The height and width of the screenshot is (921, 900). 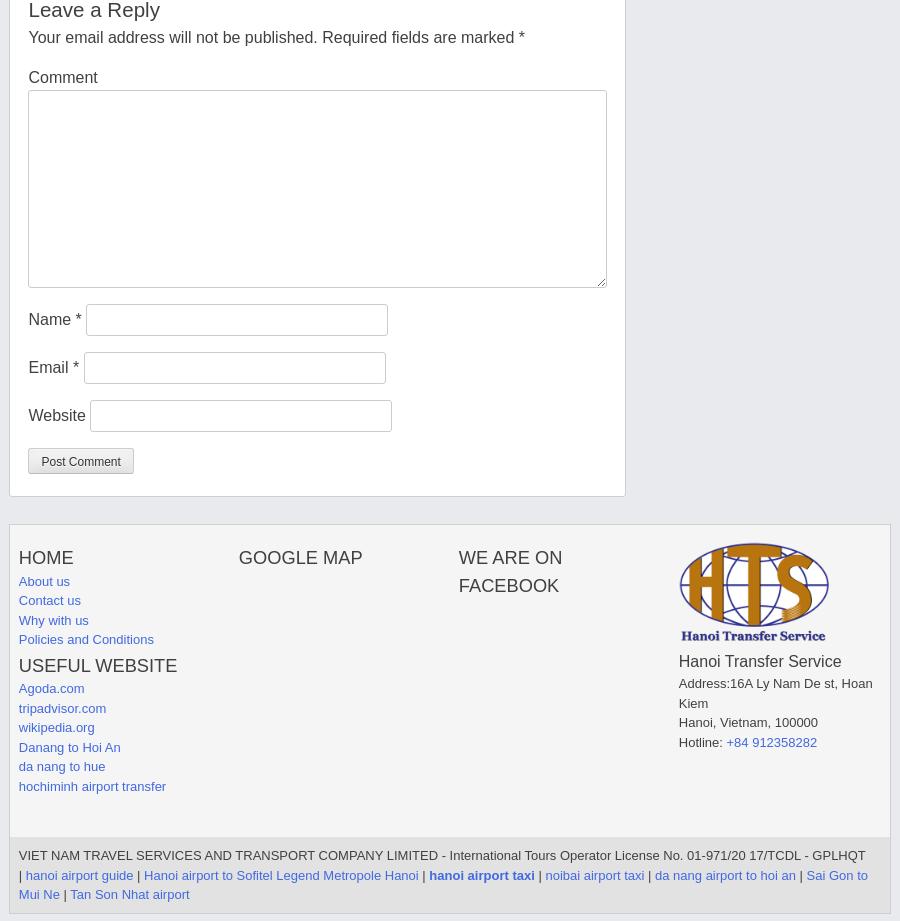 What do you see at coordinates (44, 556) in the screenshot?
I see `'Home'` at bounding box center [44, 556].